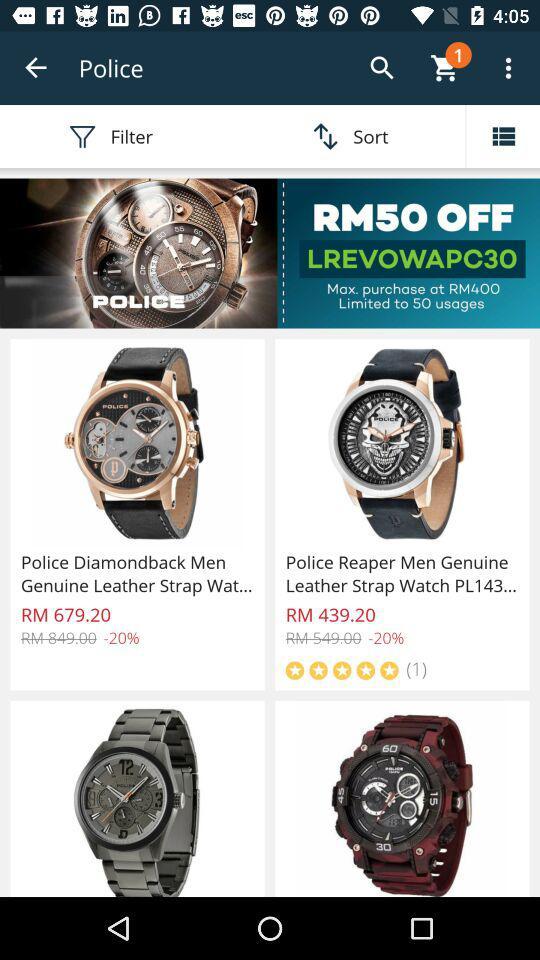 This screenshot has width=540, height=960. I want to click on the button on the top right corner of the web page, so click(508, 68).